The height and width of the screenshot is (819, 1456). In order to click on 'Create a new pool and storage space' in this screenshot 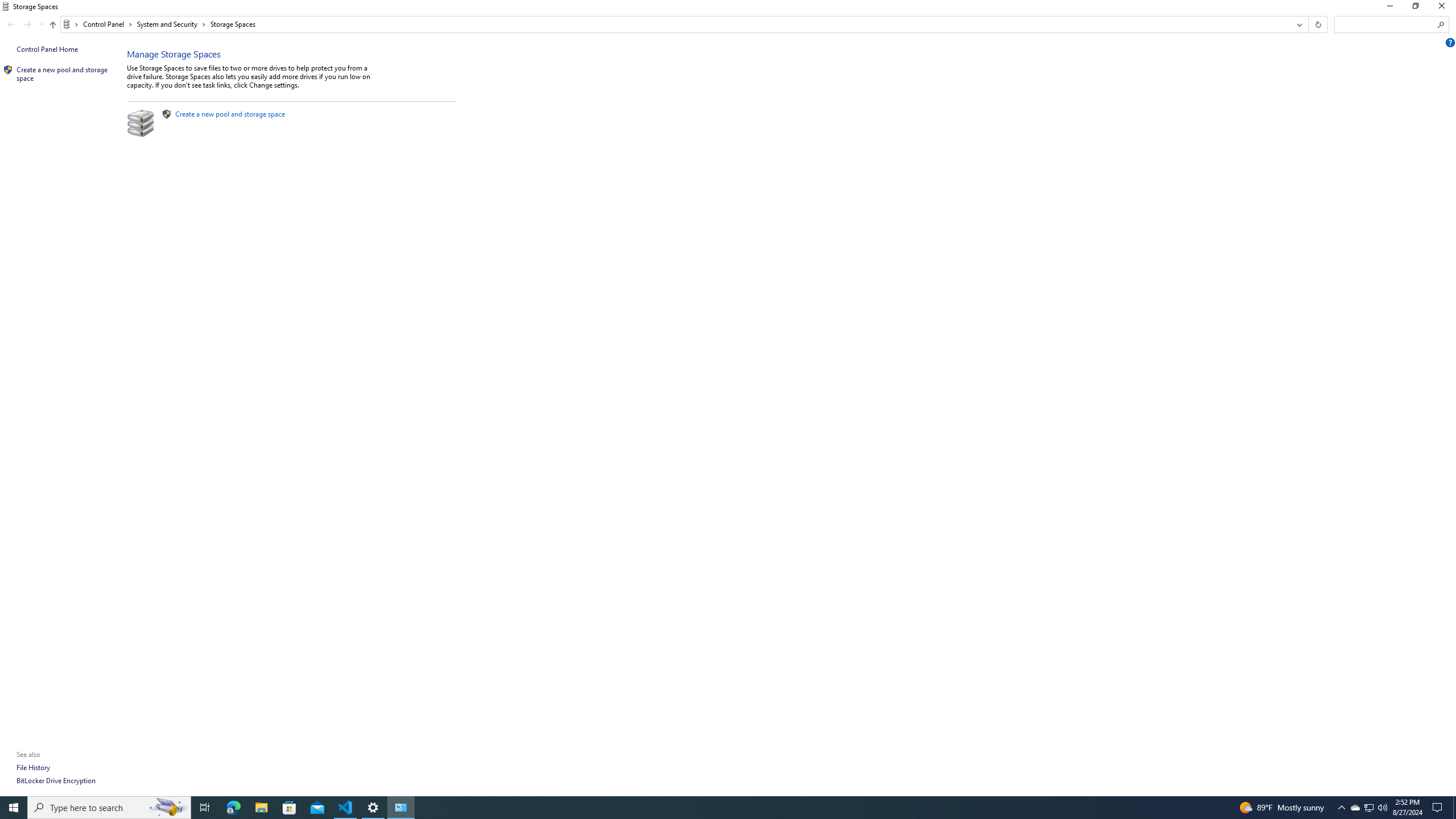, I will do `click(229, 113)`.